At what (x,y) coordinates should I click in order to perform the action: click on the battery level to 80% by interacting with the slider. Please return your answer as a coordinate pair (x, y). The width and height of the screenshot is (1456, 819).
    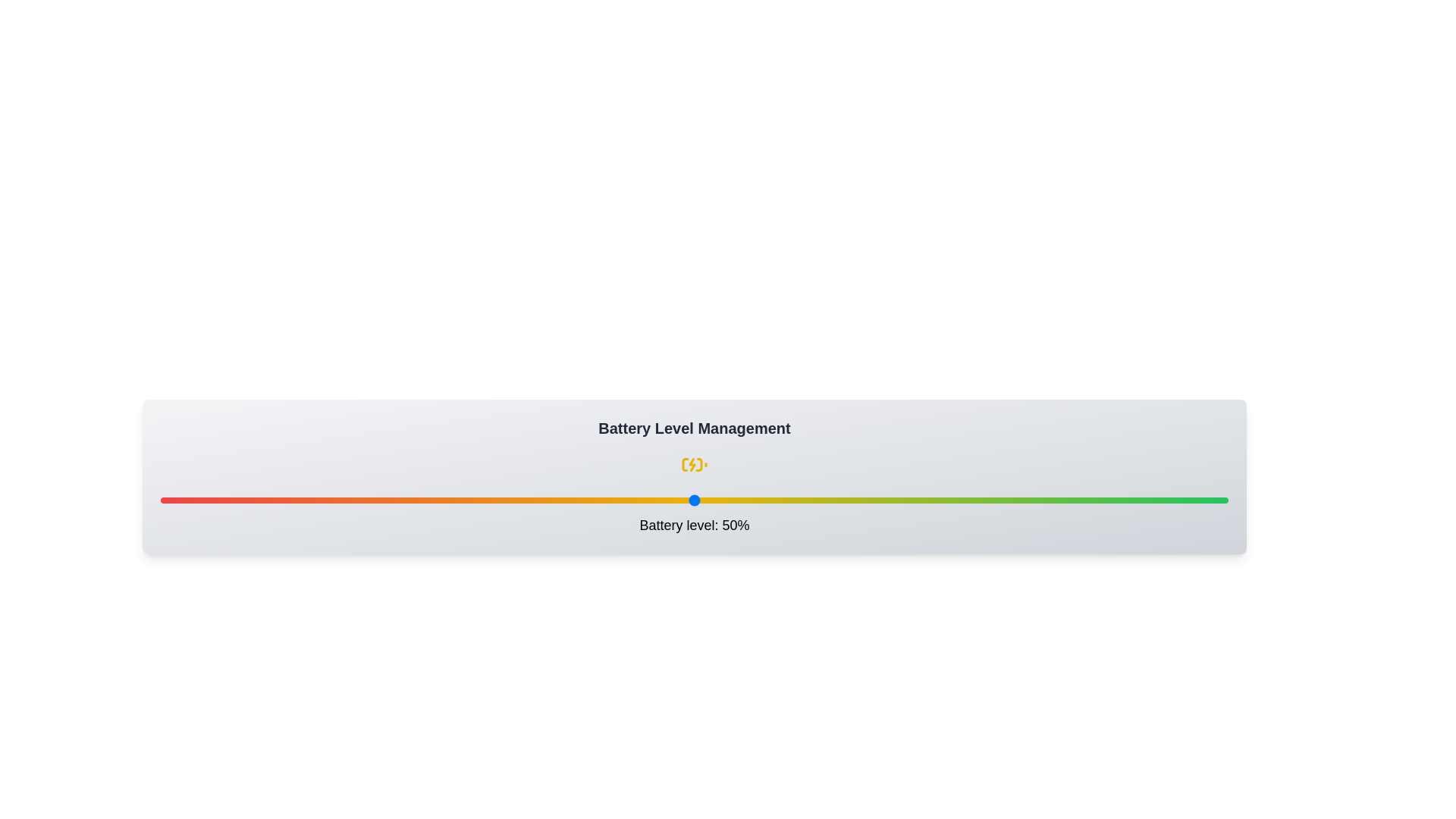
    Looking at the image, I should click on (1015, 500).